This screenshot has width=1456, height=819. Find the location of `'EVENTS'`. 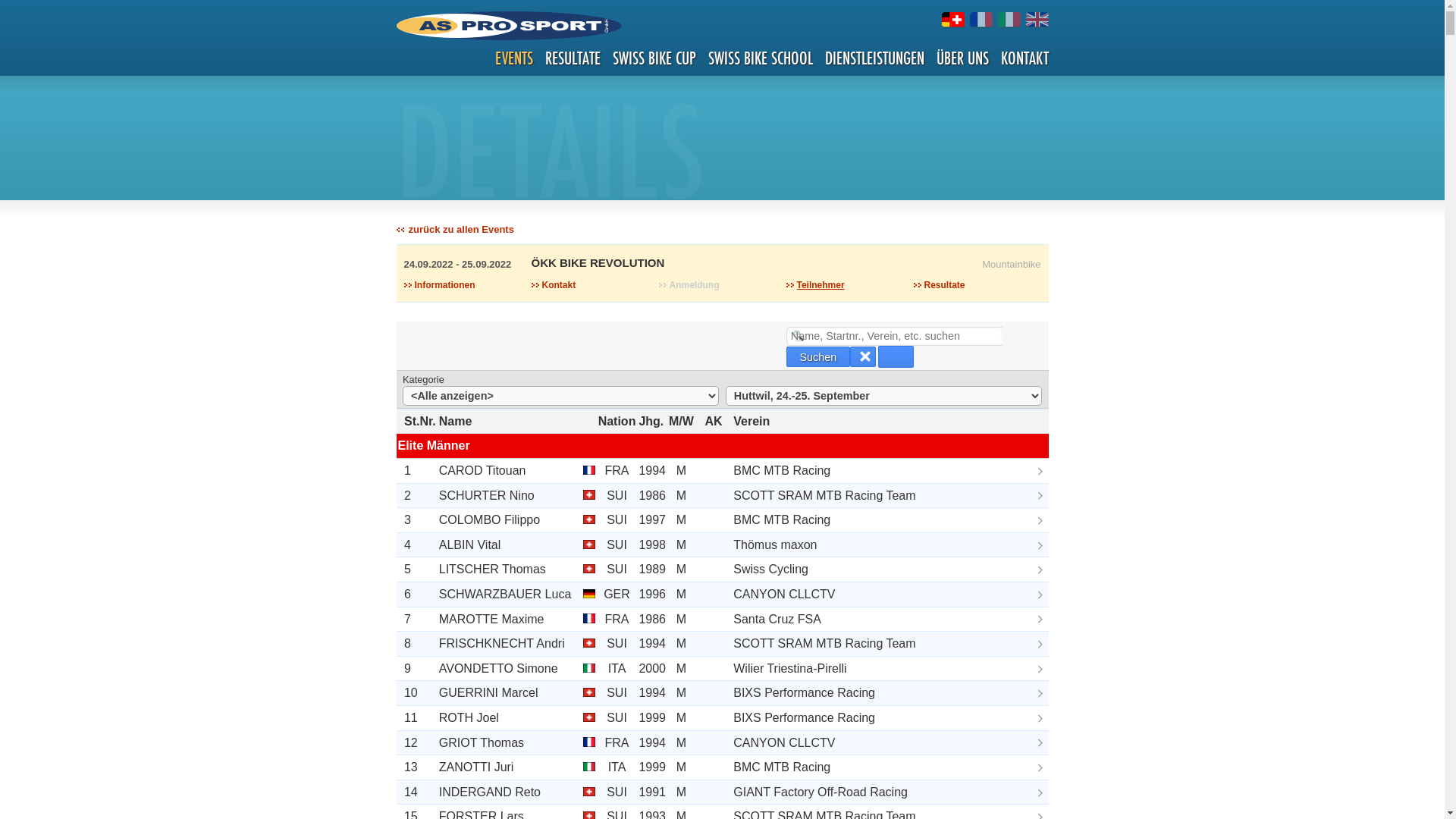

'EVENTS' is located at coordinates (513, 57).